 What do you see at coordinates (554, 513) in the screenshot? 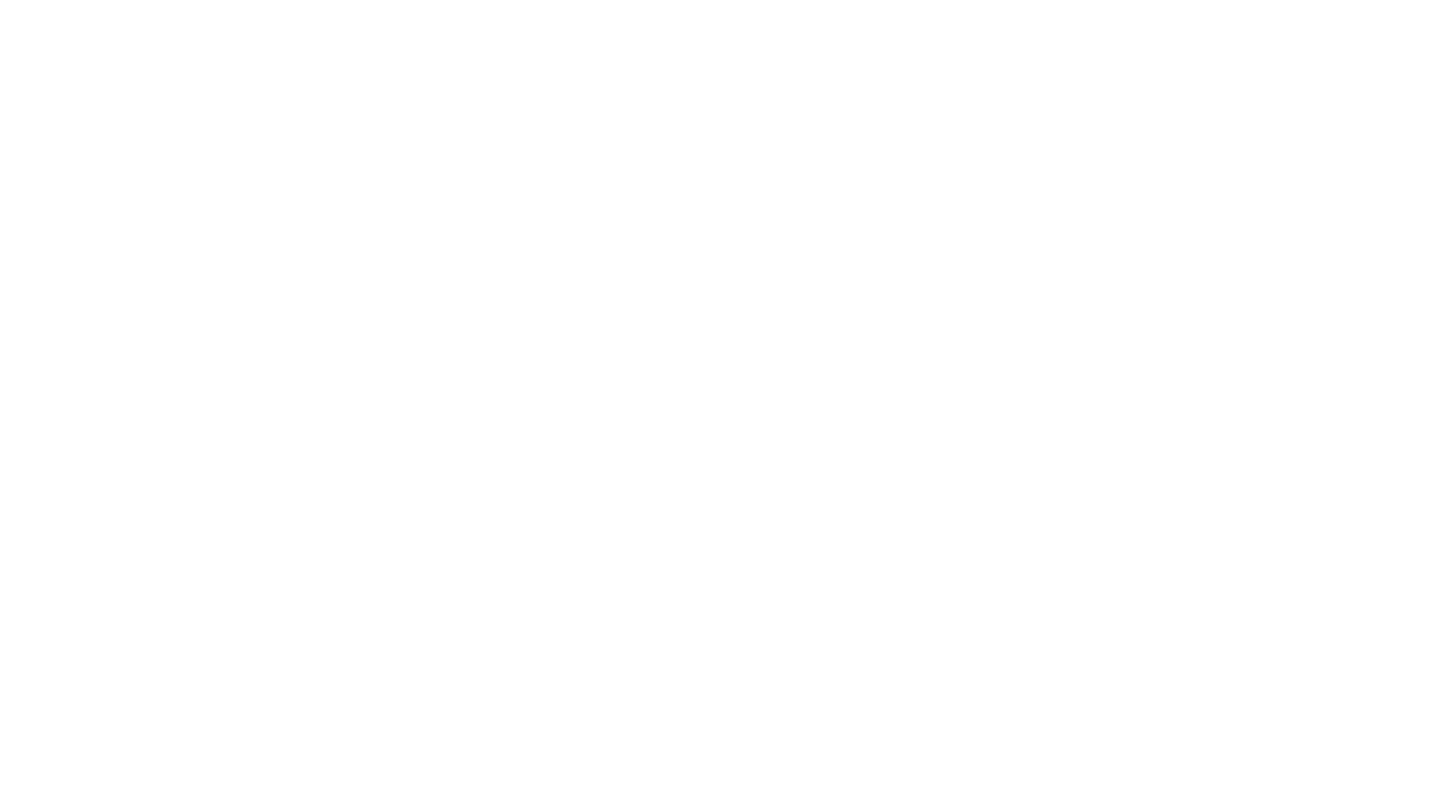
I see `'“Sometimes patients just get sent off to get an amputation saying that's the only option there is, but that's not true anymore,” Dr. Henao, a vascular surgeon at the Heart Hospital of New Mexico at Lovelace Medical Center said.'` at bounding box center [554, 513].